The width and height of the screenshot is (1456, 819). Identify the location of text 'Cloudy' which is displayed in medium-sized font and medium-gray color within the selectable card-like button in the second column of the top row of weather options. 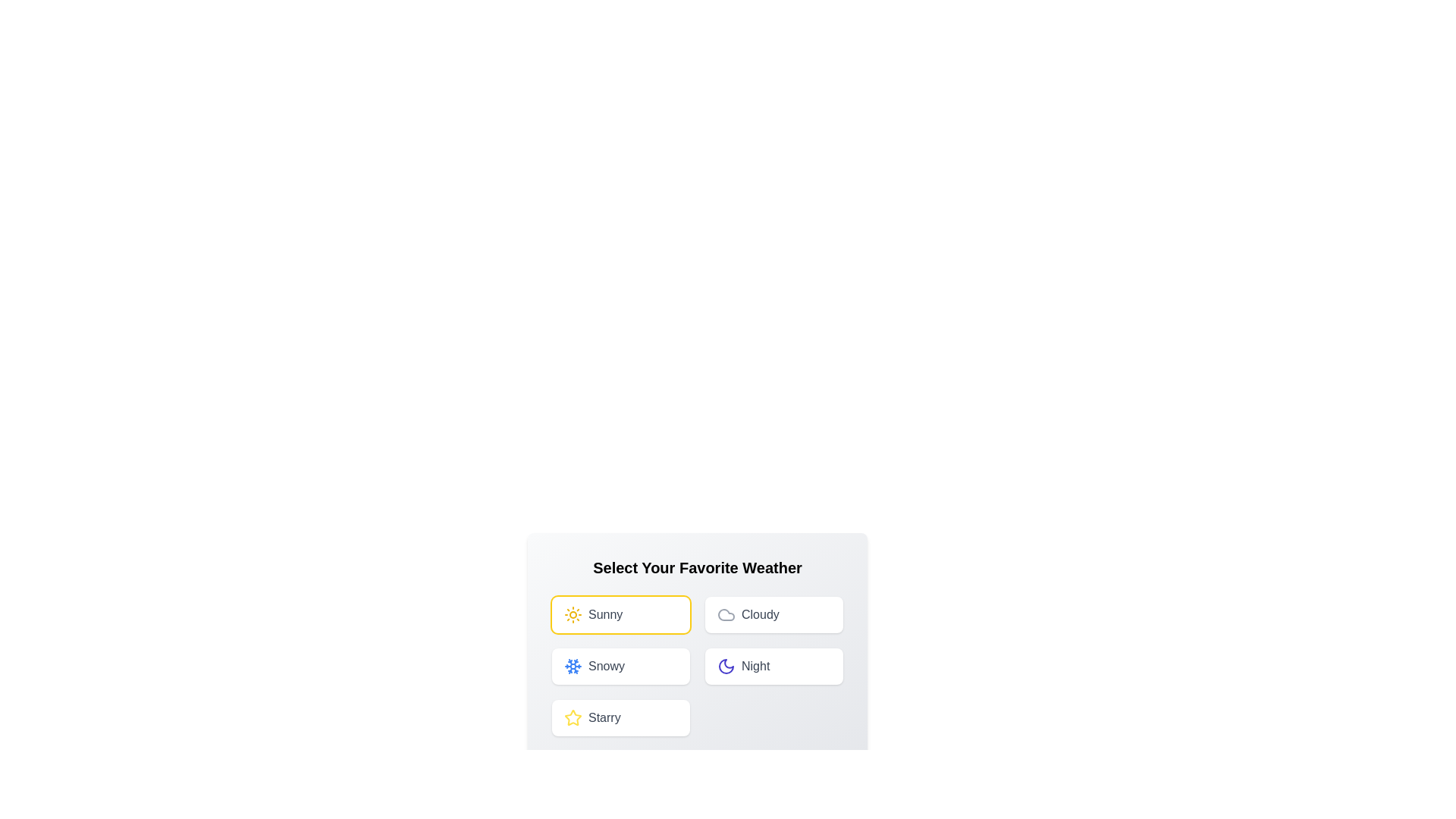
(760, 614).